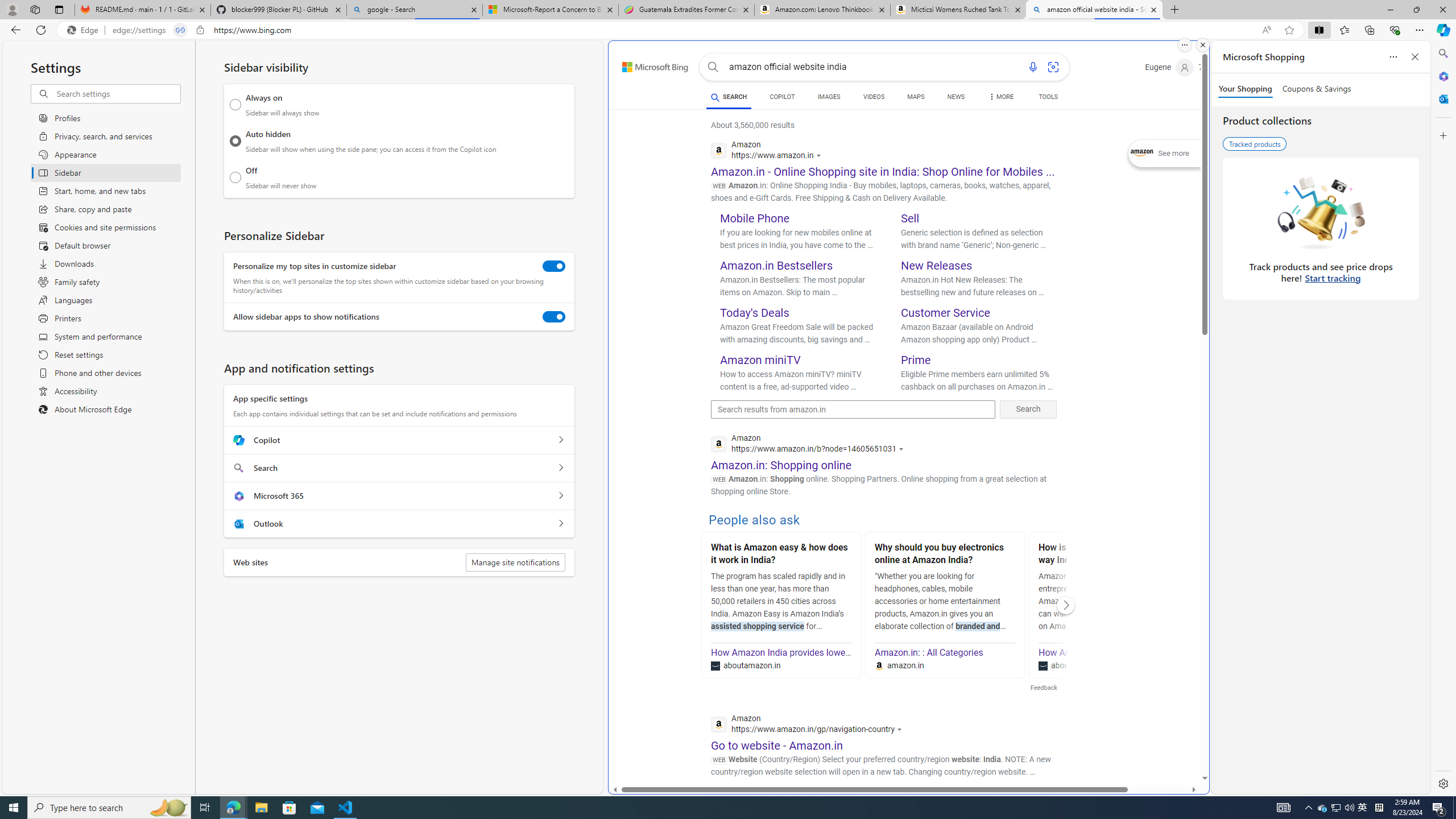 Image resolution: width=1456 pixels, height=819 pixels. I want to click on 'Edge', so click(84, 30).